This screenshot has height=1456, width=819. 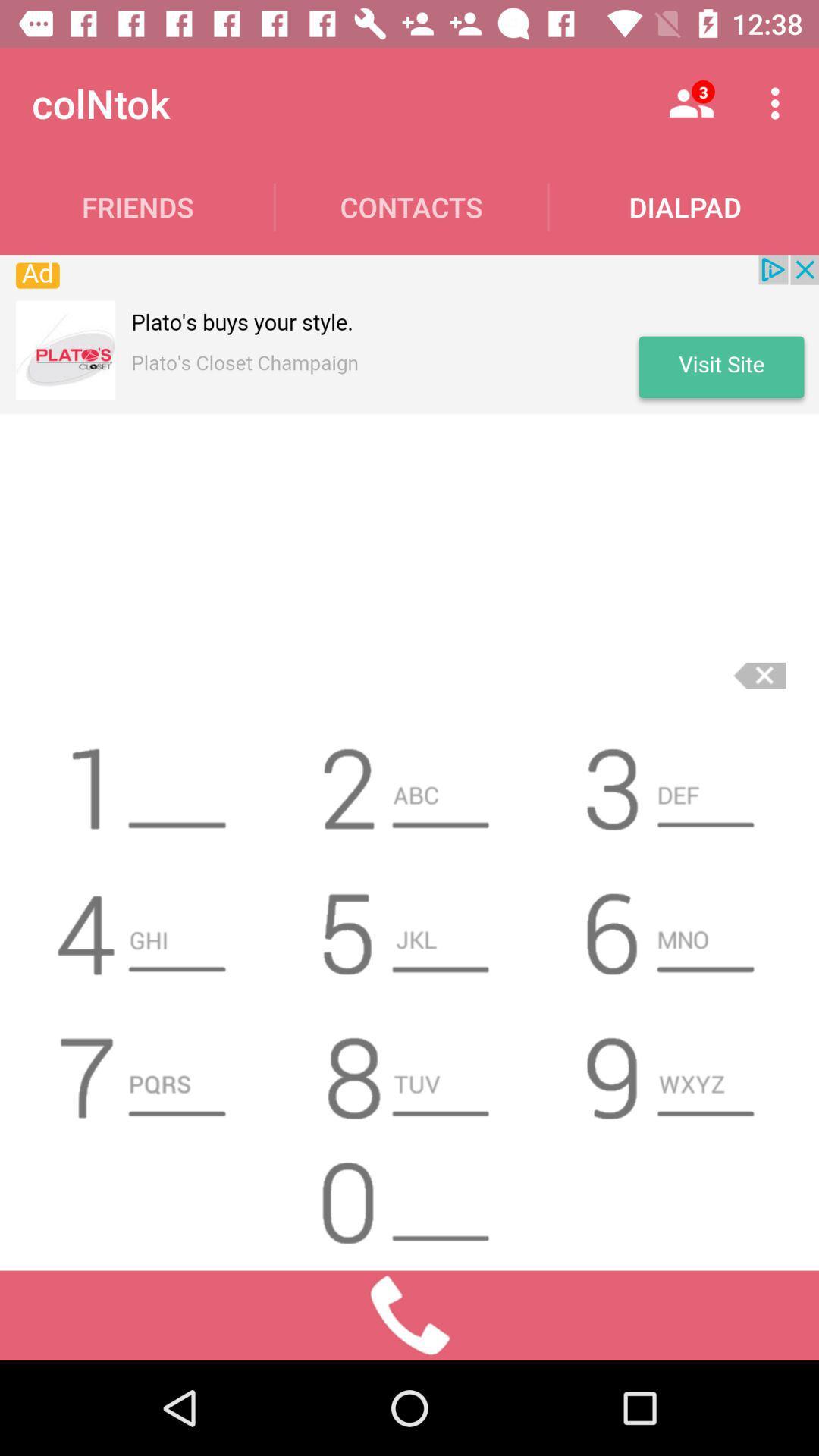 What do you see at coordinates (146, 783) in the screenshot?
I see `1  icon` at bounding box center [146, 783].